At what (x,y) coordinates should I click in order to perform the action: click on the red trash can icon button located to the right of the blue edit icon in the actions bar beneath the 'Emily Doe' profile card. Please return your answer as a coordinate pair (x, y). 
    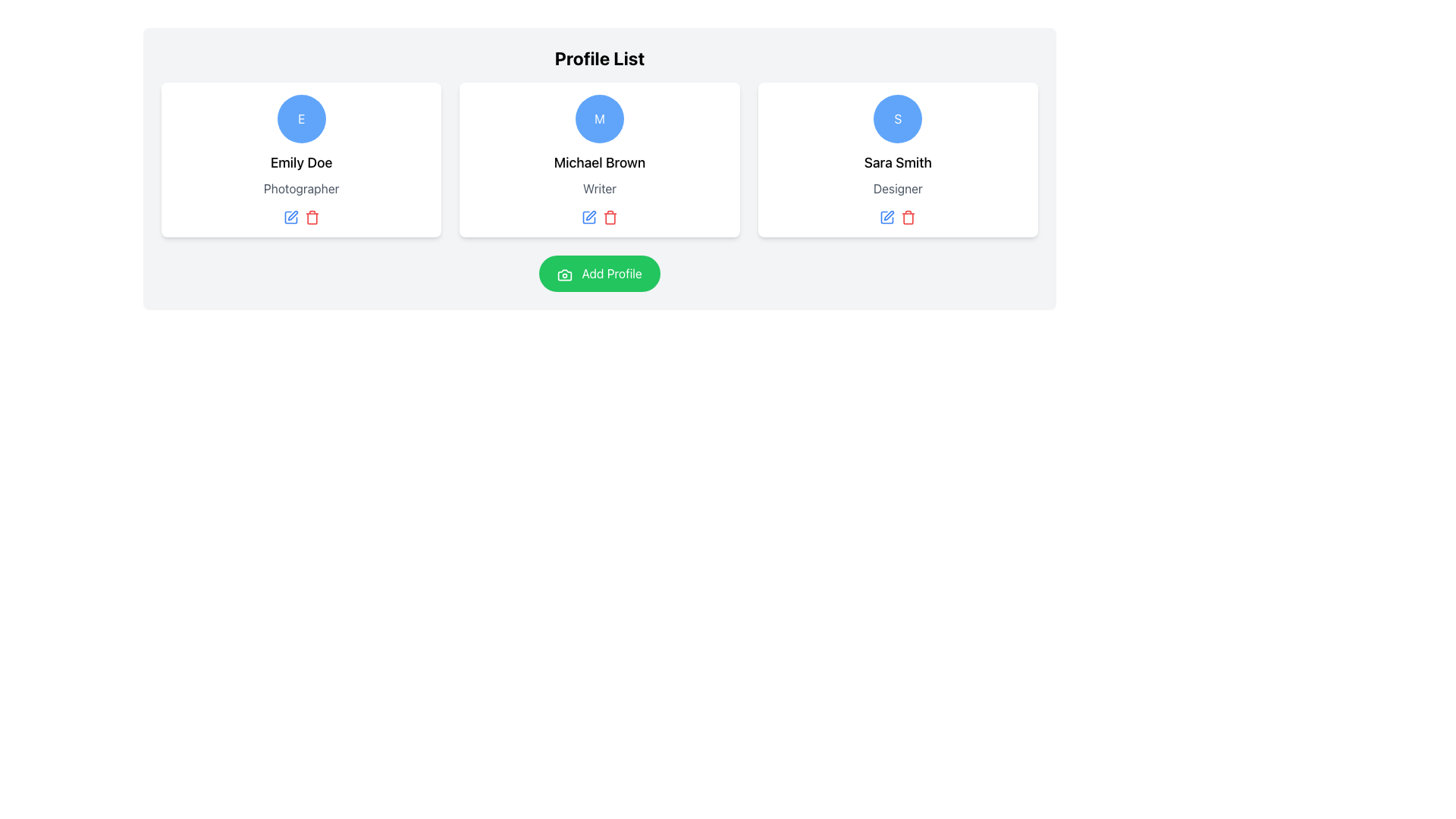
    Looking at the image, I should click on (311, 217).